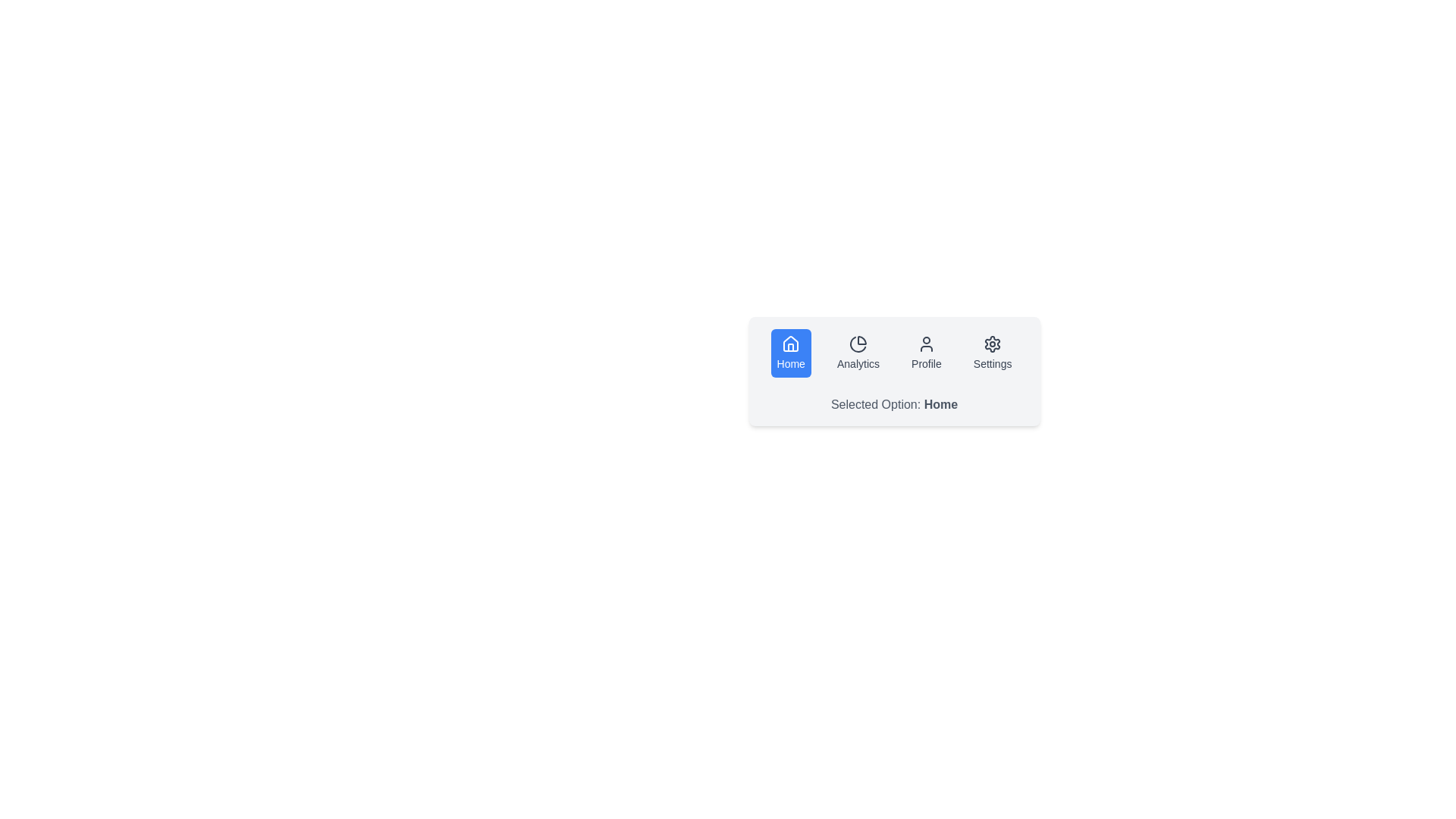 The height and width of the screenshot is (819, 1456). What do you see at coordinates (925, 344) in the screenshot?
I see `the 'Profile' navigation icon` at bounding box center [925, 344].